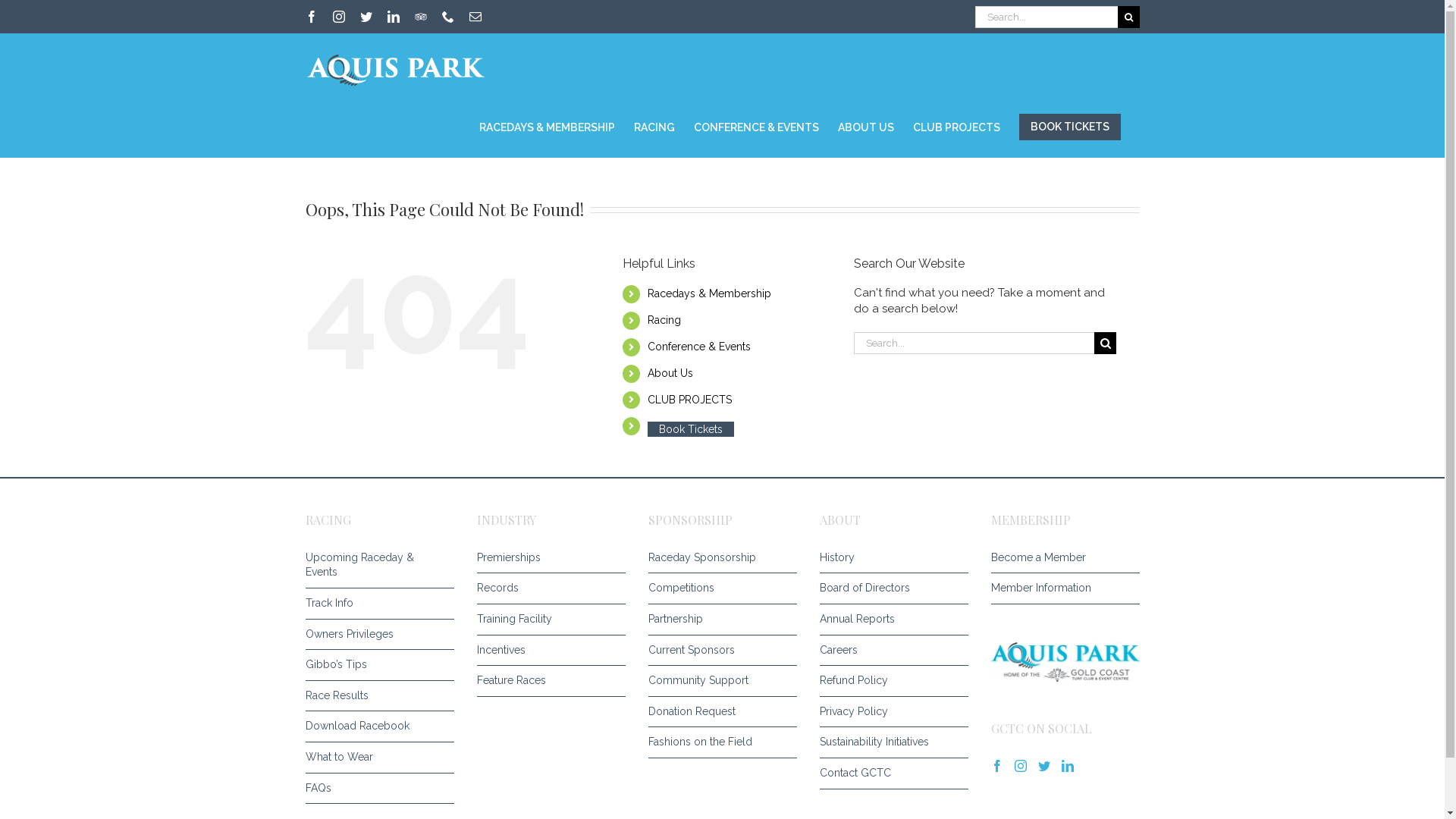 The height and width of the screenshot is (819, 1456). Describe the element at coordinates (698, 346) in the screenshot. I see `'Conference & Events'` at that location.